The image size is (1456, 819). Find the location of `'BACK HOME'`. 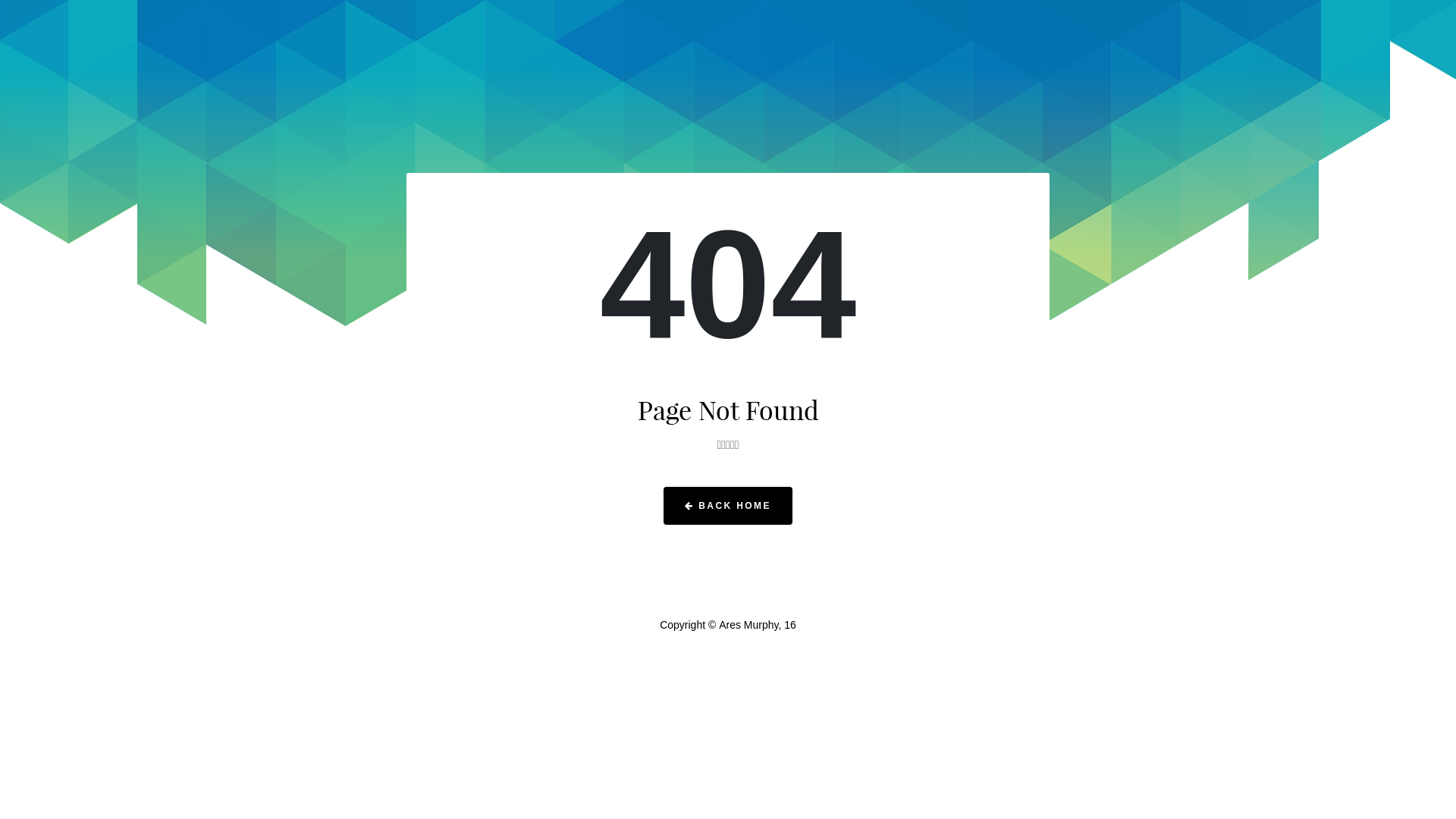

'BACK HOME' is located at coordinates (728, 506).